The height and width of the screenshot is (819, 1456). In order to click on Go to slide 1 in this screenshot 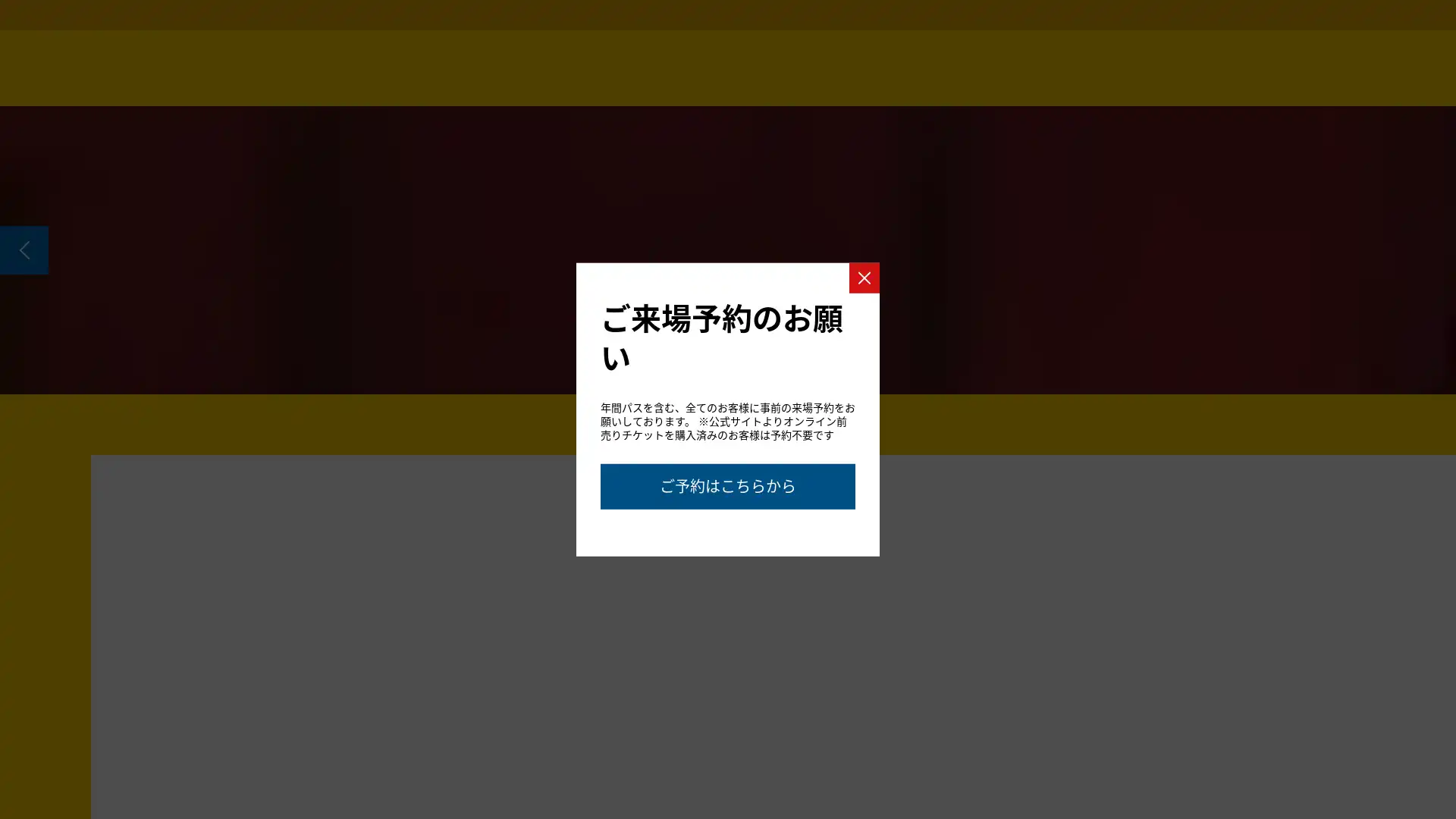, I will do `click(709, 587)`.